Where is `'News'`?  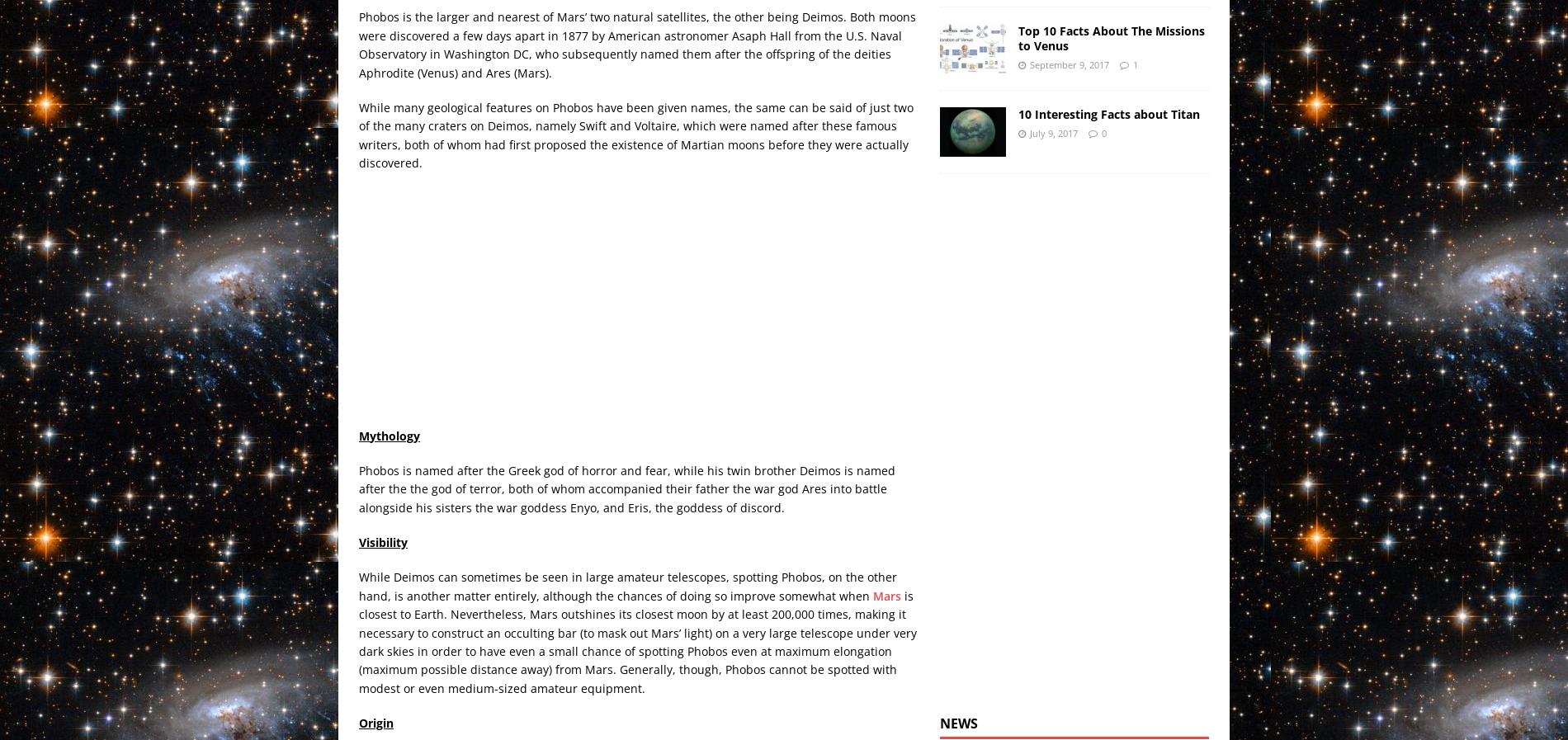
'News' is located at coordinates (958, 723).